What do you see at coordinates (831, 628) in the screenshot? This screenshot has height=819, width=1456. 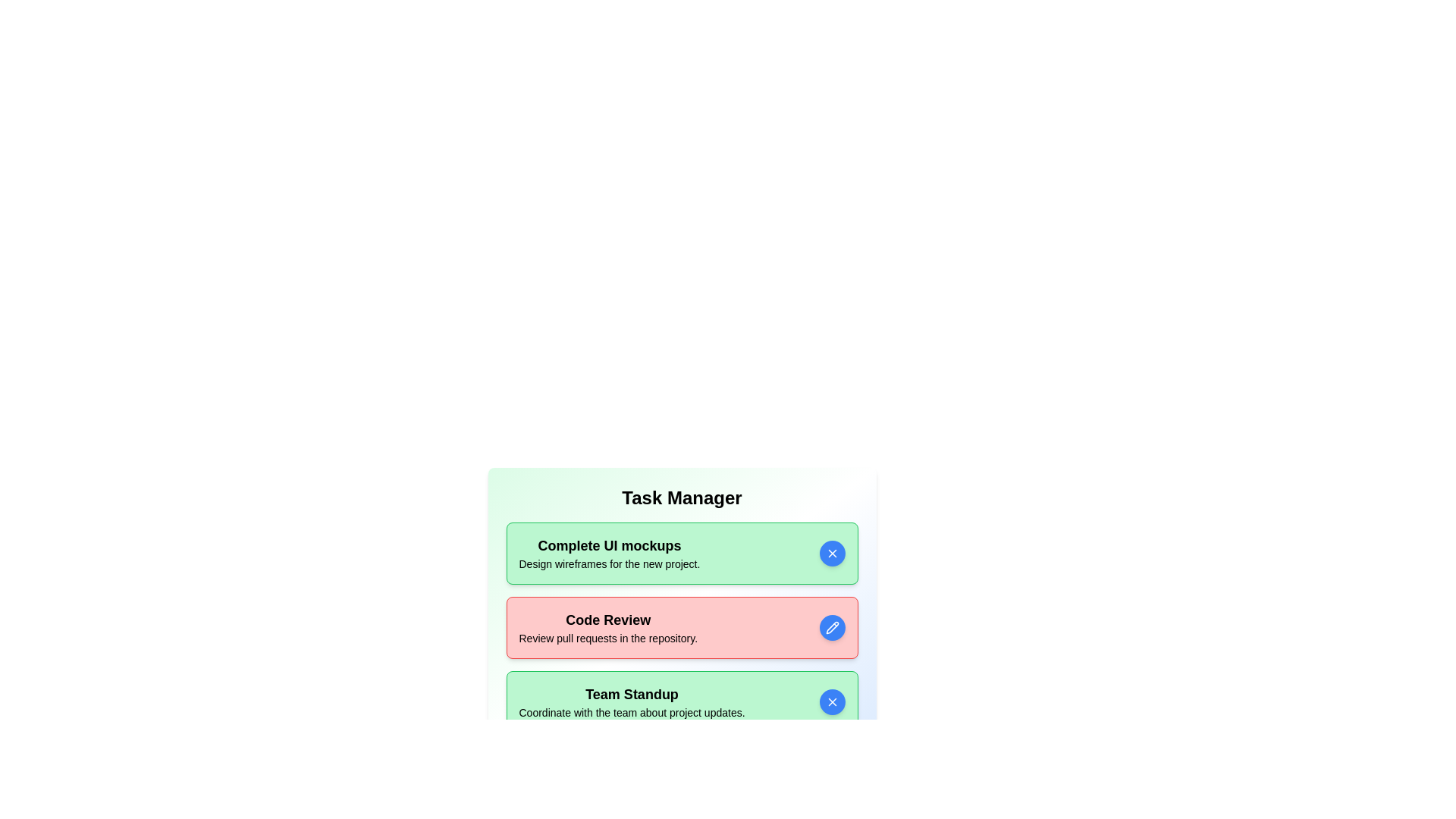 I see `toggle button for the task with title Code Review to change its active state` at bounding box center [831, 628].